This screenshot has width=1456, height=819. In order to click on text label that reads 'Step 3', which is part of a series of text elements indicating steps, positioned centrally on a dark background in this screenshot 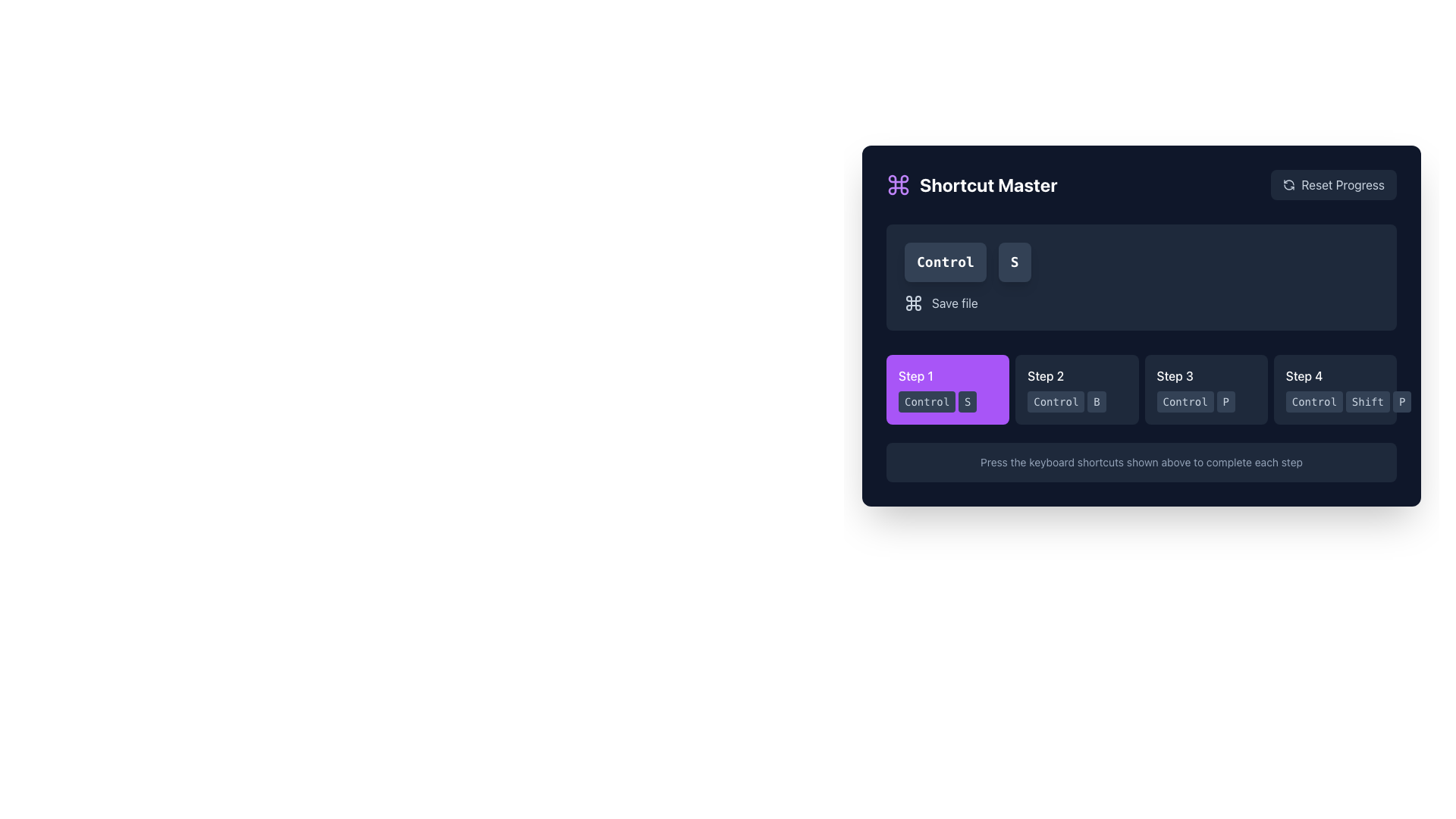, I will do `click(1174, 375)`.